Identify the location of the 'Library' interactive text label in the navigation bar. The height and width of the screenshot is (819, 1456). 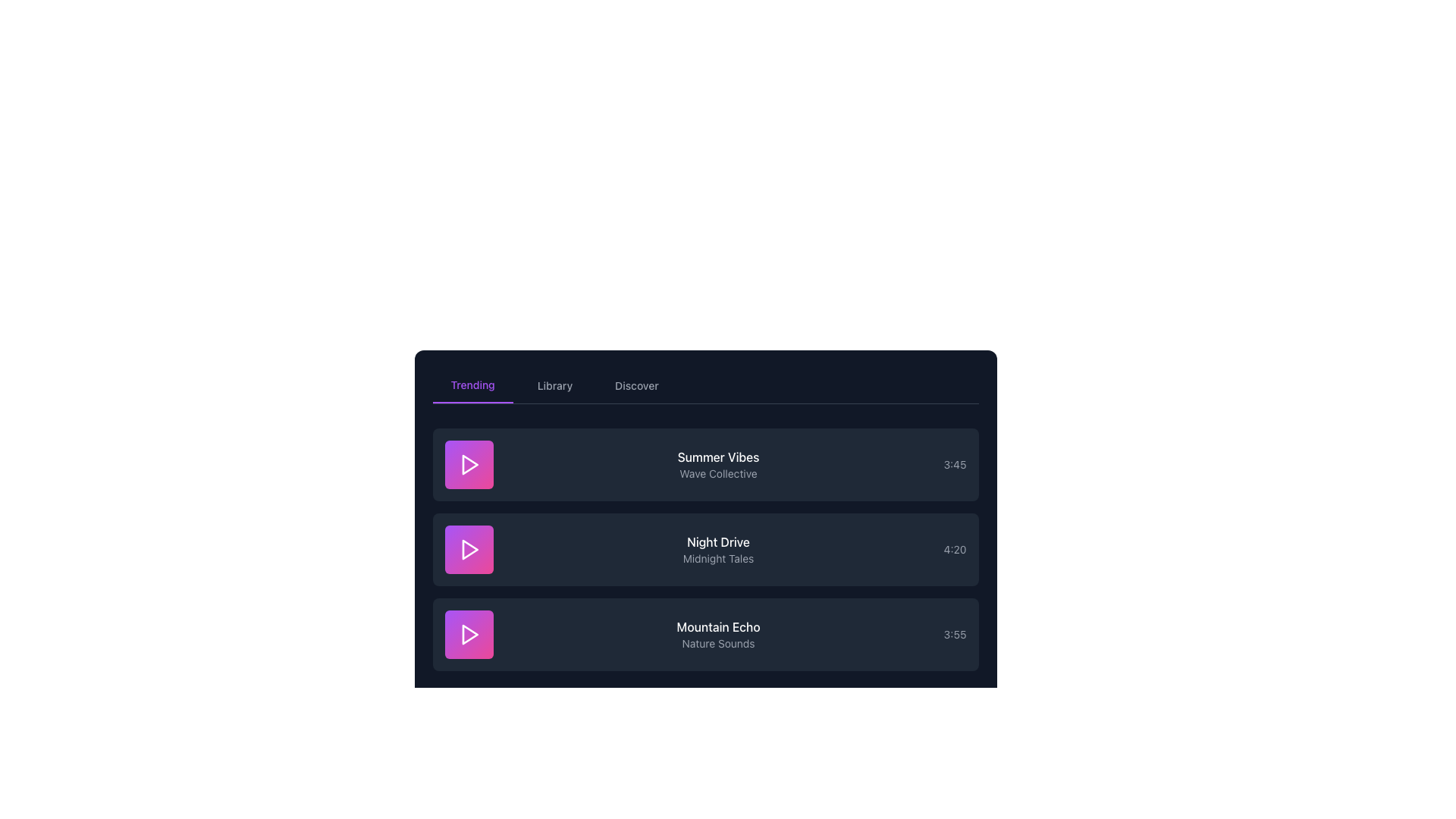
(554, 385).